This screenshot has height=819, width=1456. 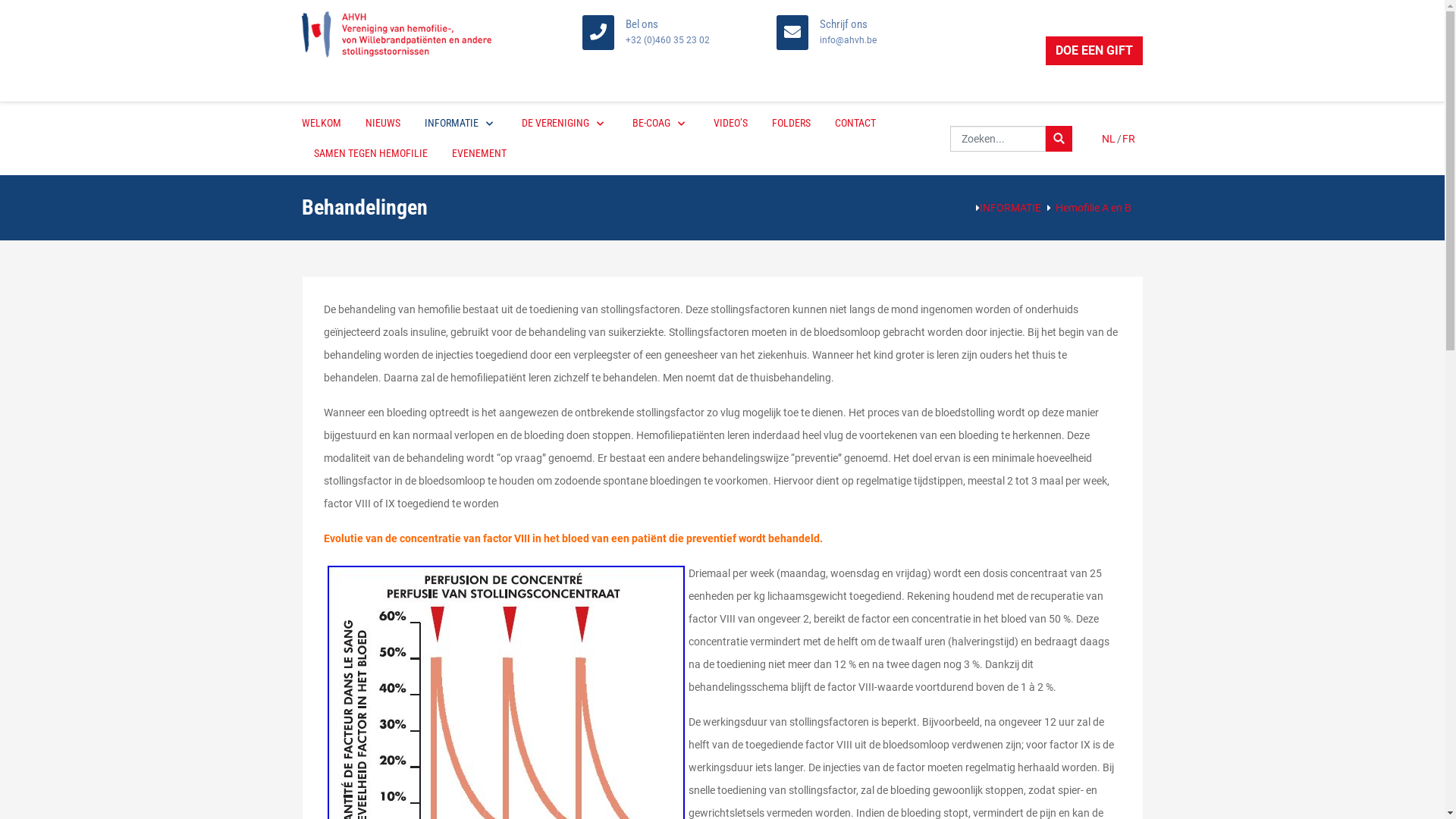 I want to click on 'INFORMATIE', so click(x=412, y=122).